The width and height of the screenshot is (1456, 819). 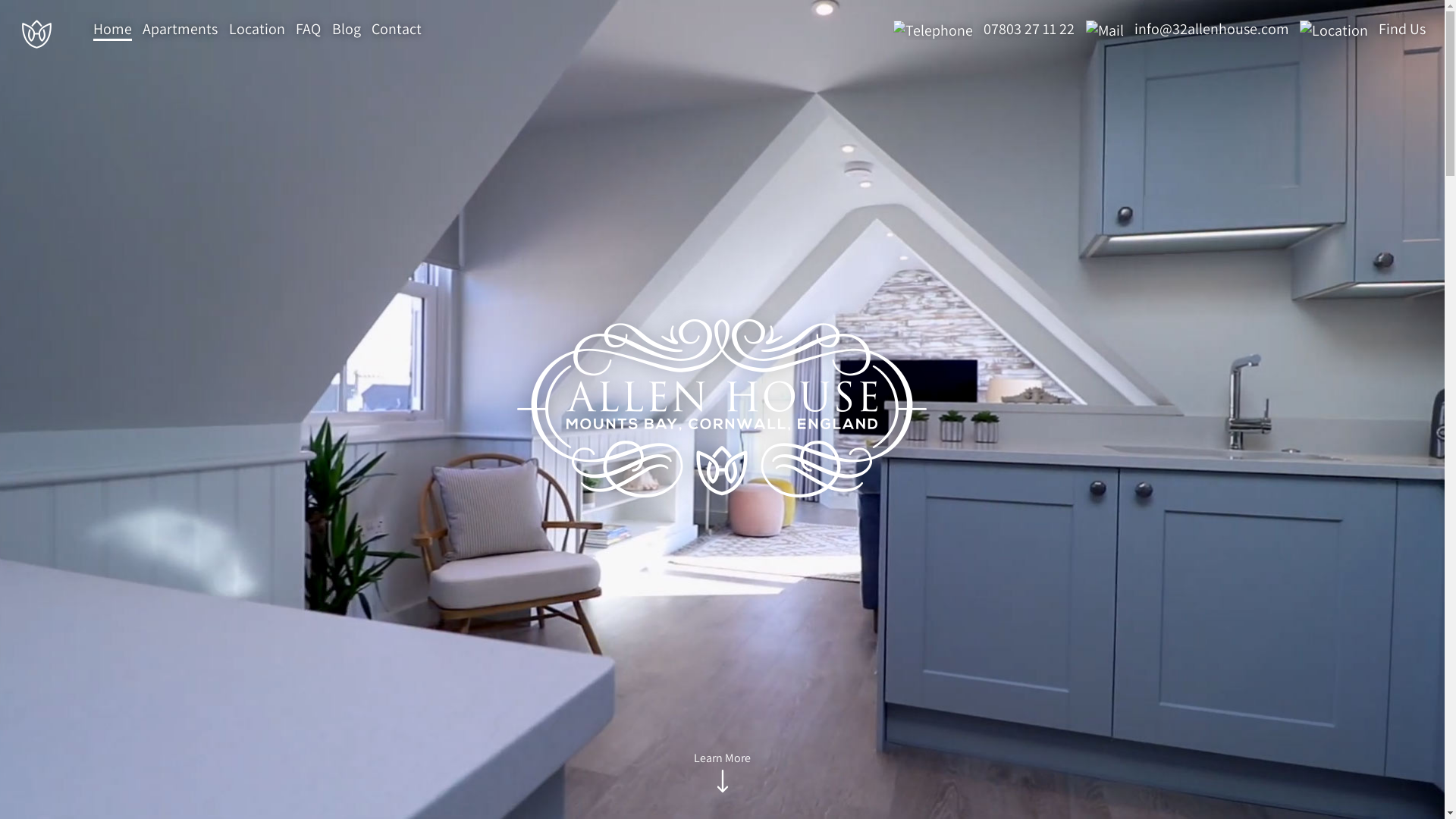 What do you see at coordinates (257, 30) in the screenshot?
I see `'Location'` at bounding box center [257, 30].